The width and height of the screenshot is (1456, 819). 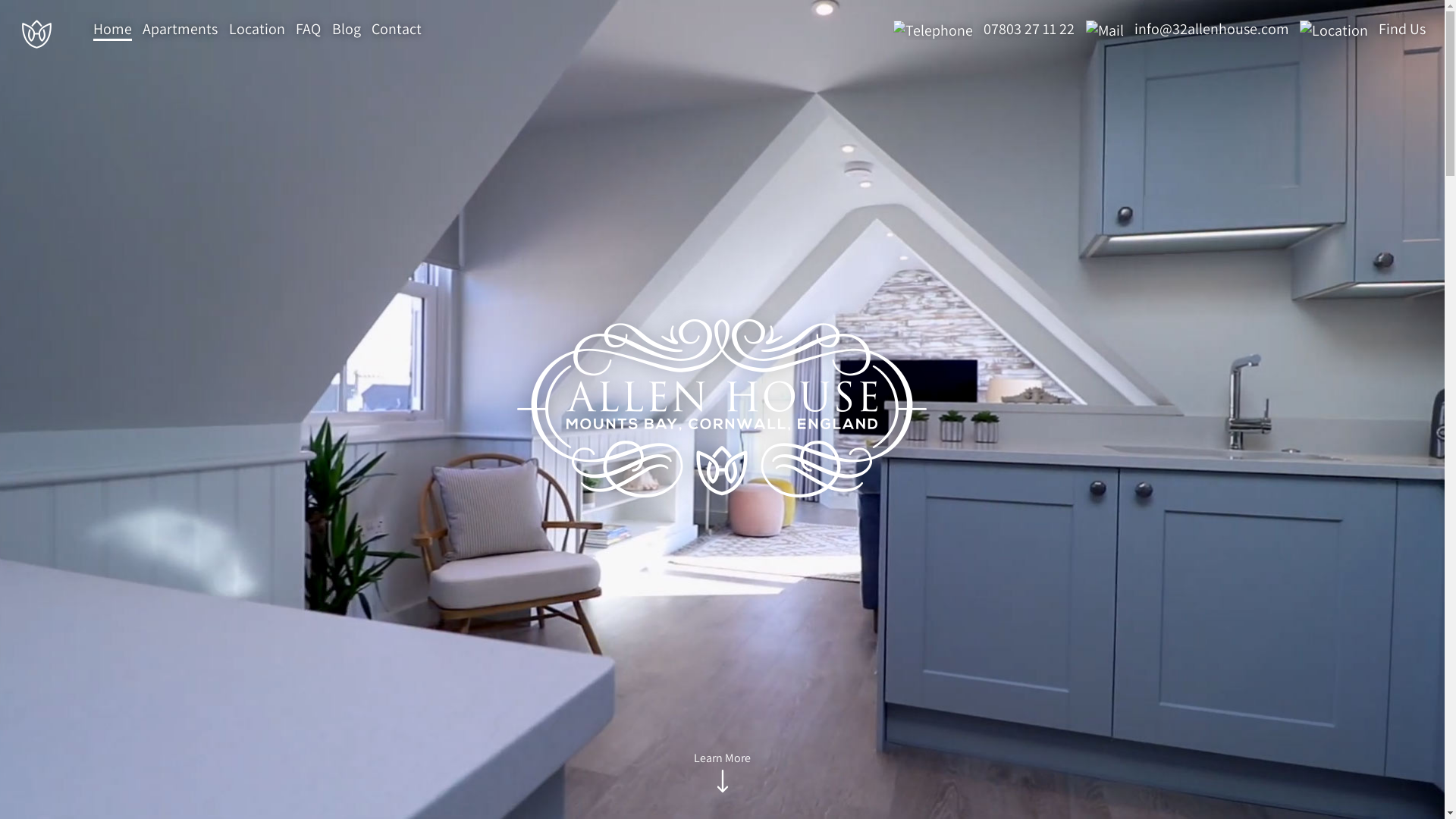 What do you see at coordinates (257, 30) in the screenshot?
I see `'Location'` at bounding box center [257, 30].